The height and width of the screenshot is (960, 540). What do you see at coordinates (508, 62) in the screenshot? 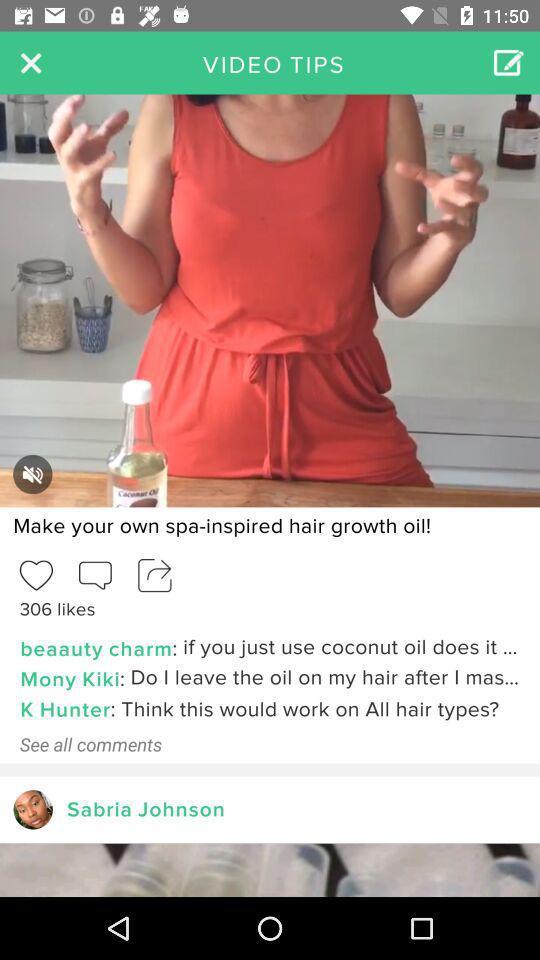
I see `the edit icon` at bounding box center [508, 62].